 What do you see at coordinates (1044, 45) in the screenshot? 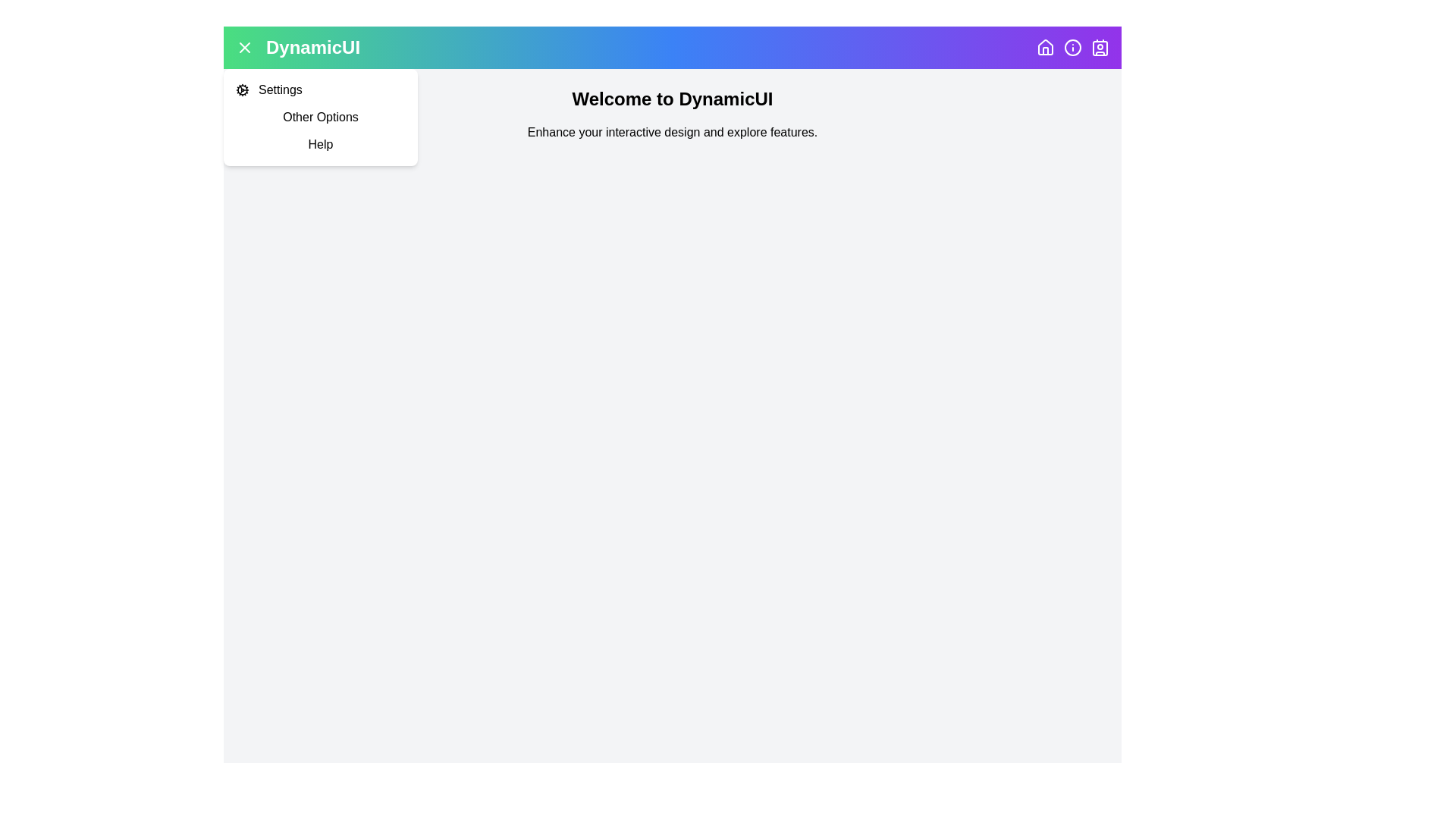
I see `the home icon located on the right side of the top navigation bar` at bounding box center [1044, 45].